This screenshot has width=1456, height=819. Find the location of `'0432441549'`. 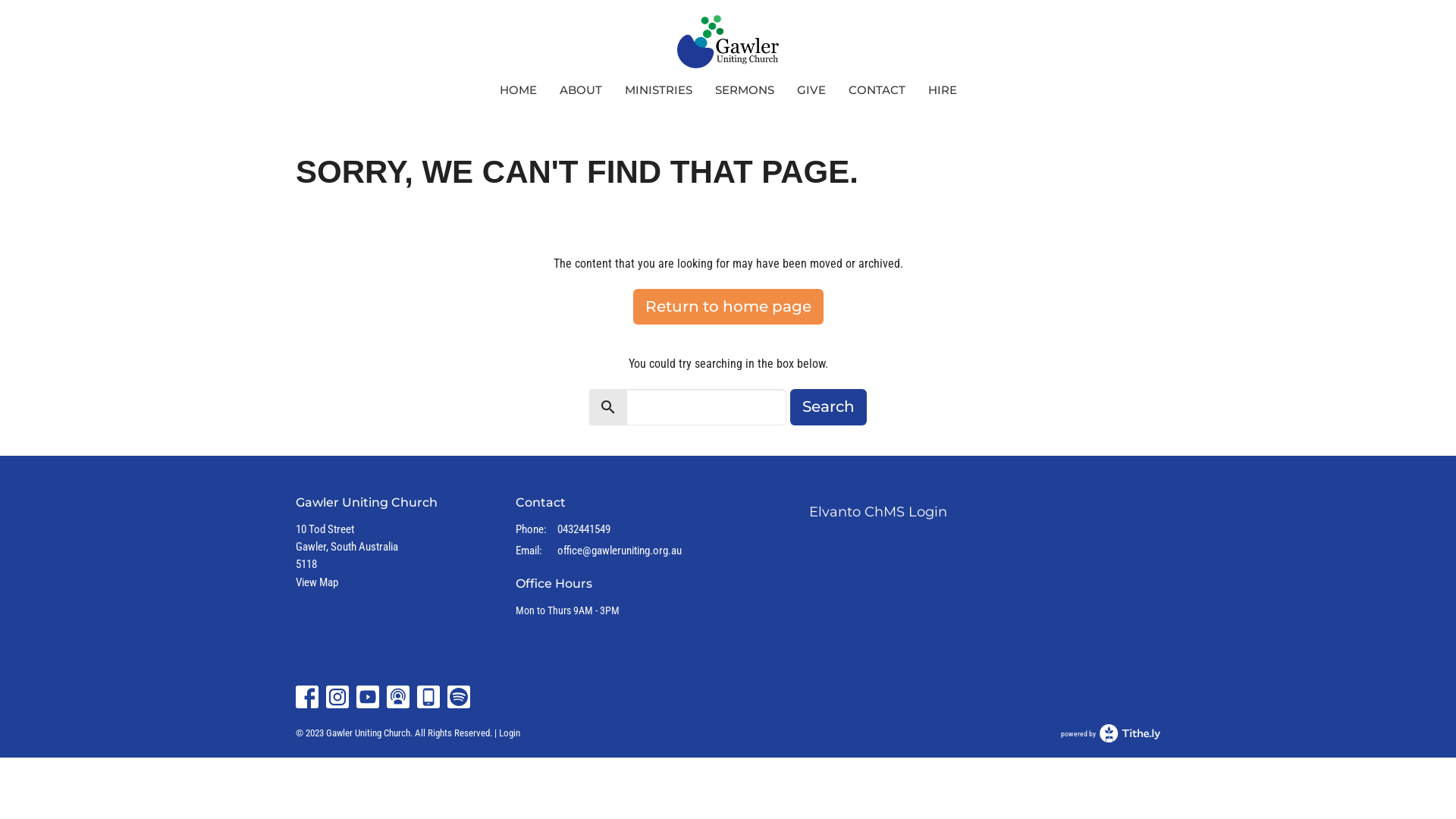

'0432441549' is located at coordinates (582, 529).